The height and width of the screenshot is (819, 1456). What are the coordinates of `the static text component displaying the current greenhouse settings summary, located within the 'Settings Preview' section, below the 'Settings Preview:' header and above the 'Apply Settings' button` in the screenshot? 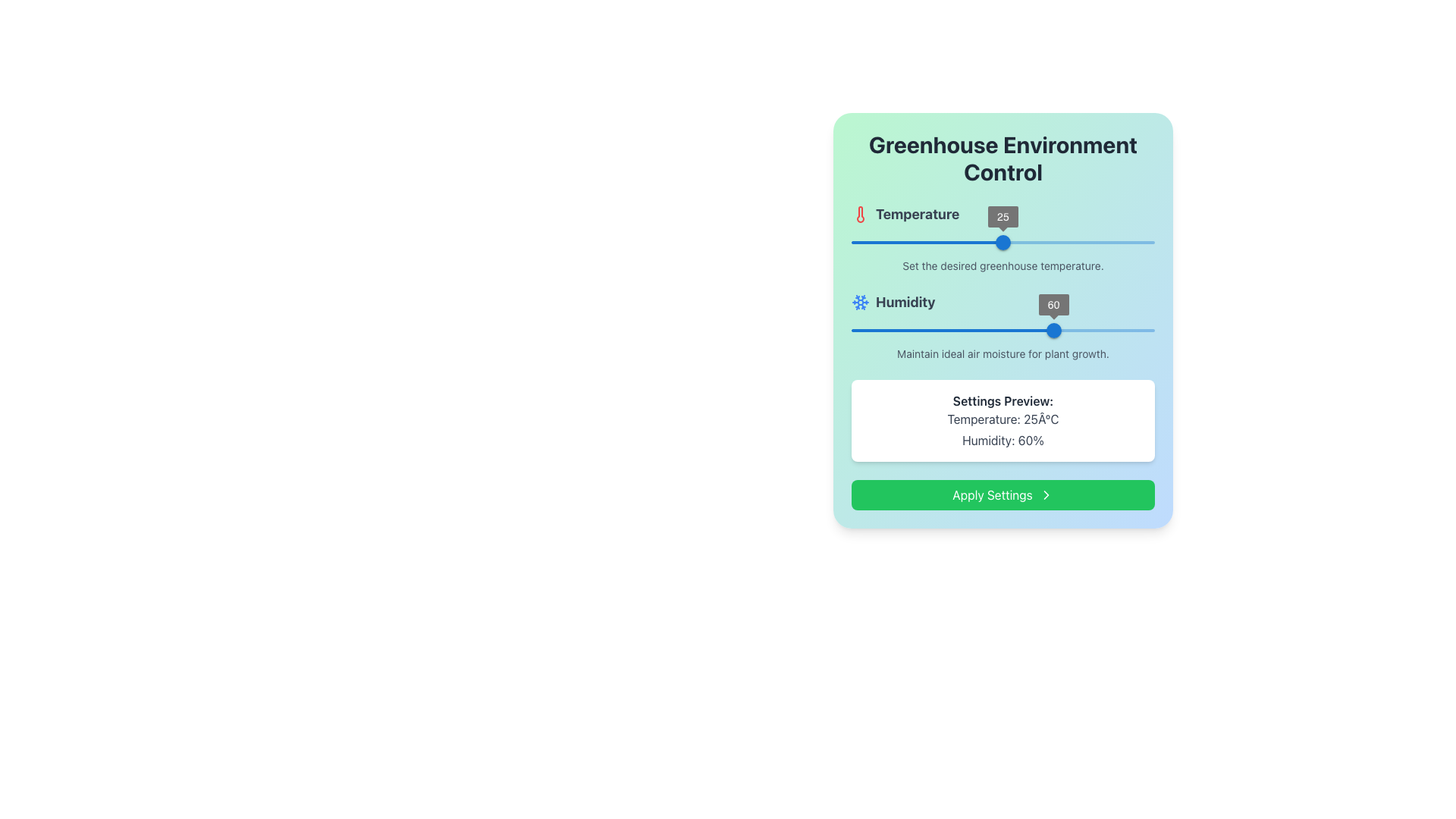 It's located at (1003, 430).